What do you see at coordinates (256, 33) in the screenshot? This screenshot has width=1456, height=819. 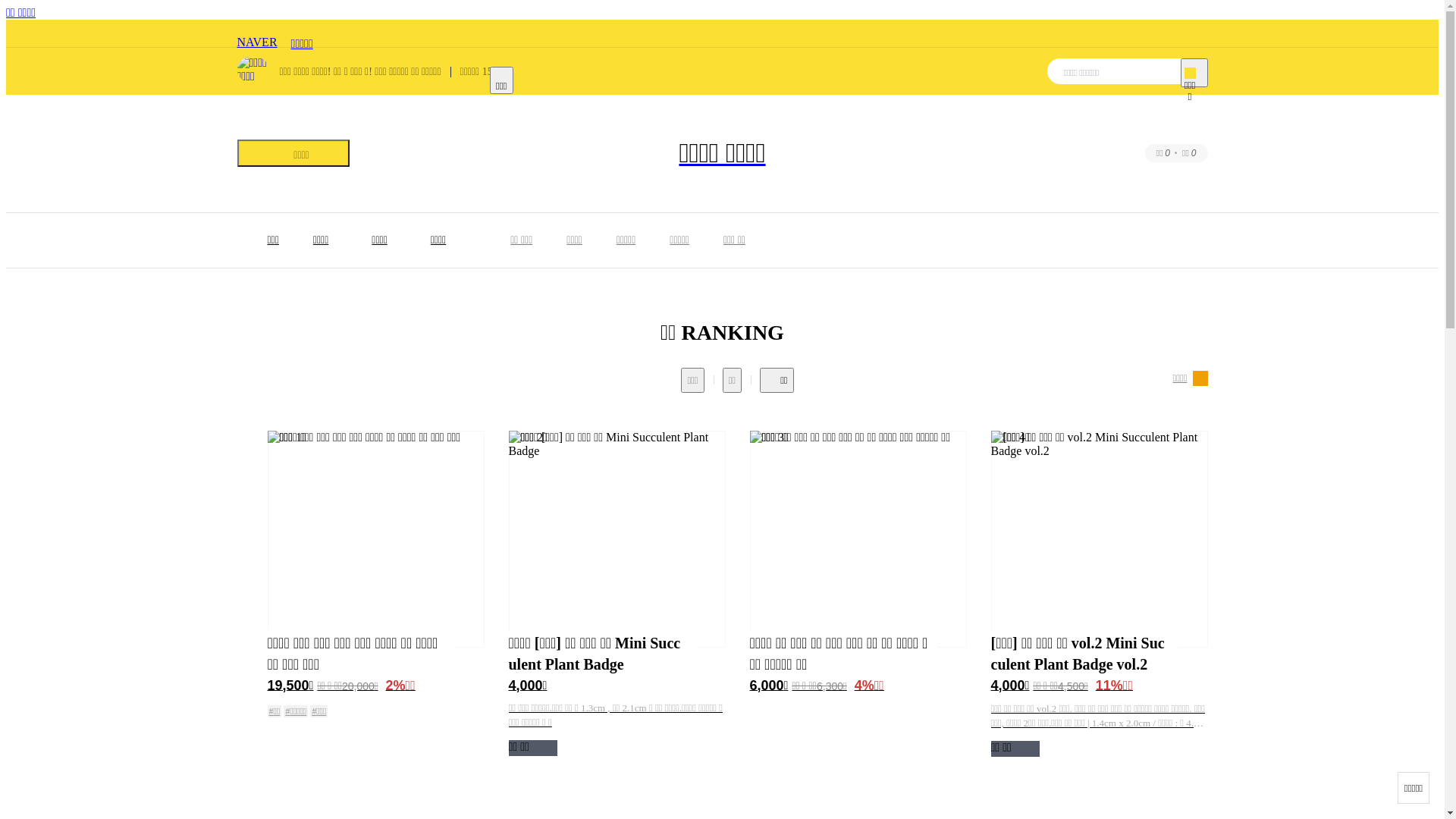 I see `'NAVER'` at bounding box center [256, 33].